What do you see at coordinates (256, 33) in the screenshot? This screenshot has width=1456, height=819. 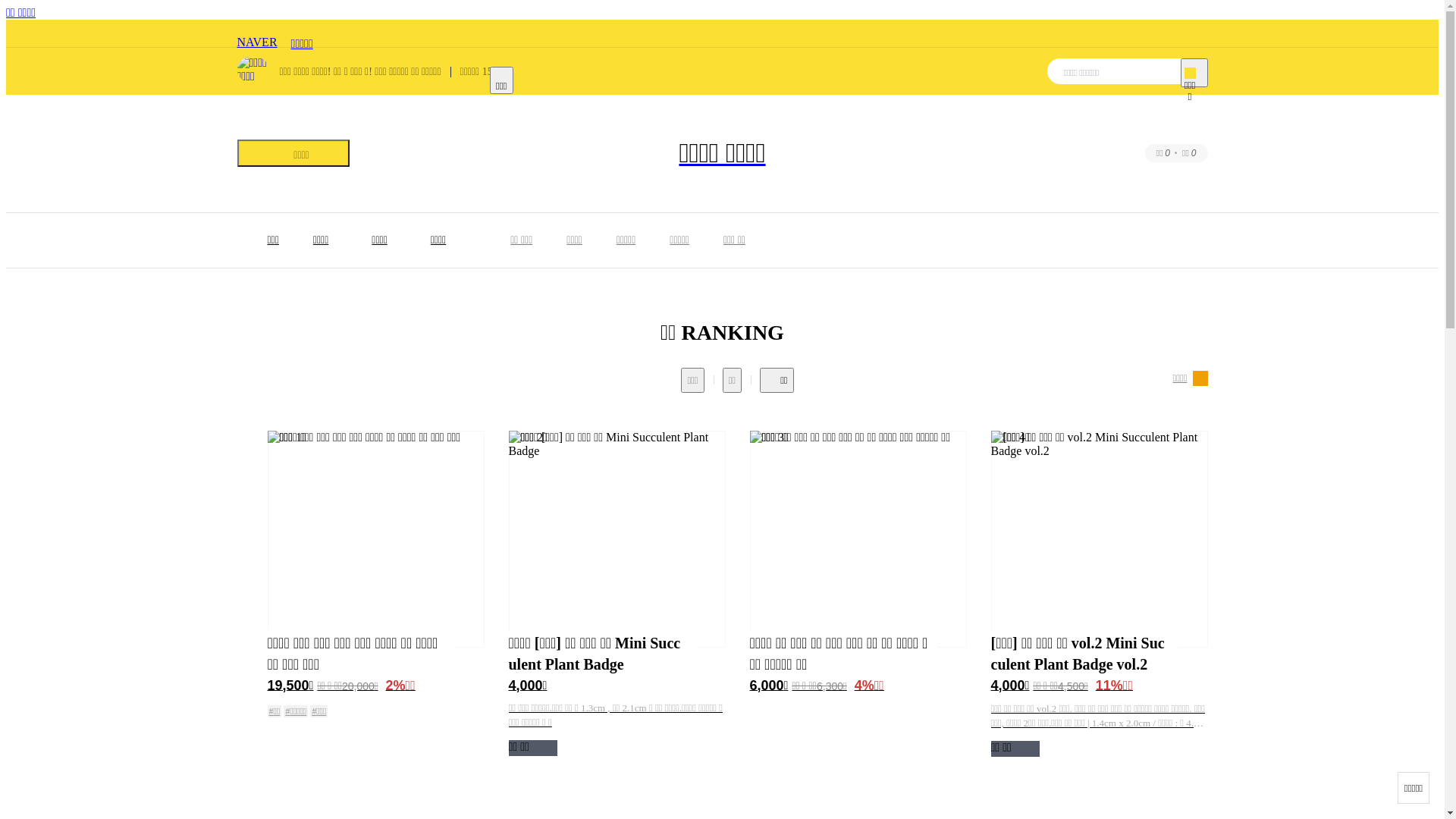 I see `'NAVER'` at bounding box center [256, 33].